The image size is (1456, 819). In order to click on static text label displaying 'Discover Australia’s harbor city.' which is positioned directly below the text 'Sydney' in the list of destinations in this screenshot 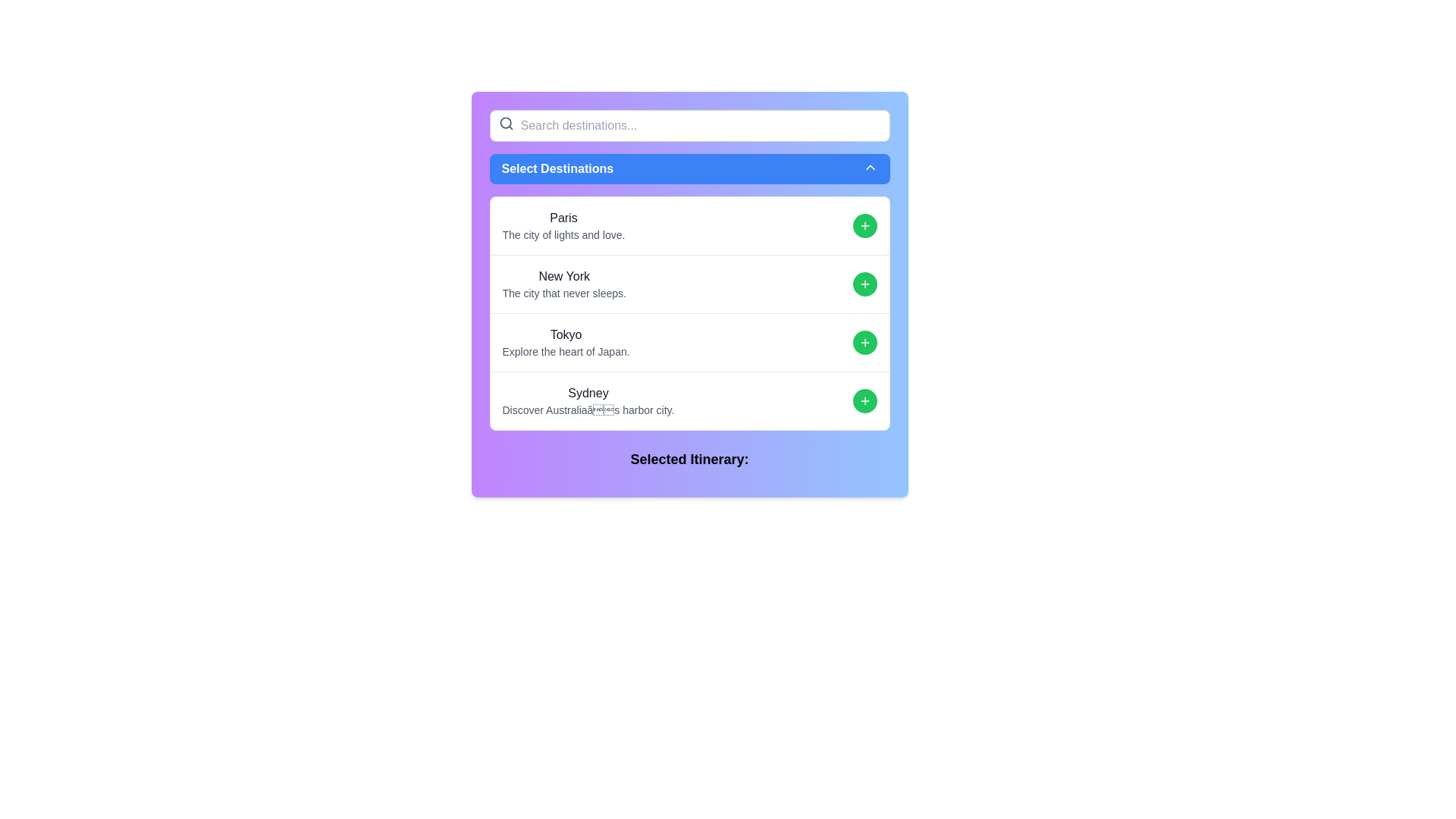, I will do `click(588, 409)`.